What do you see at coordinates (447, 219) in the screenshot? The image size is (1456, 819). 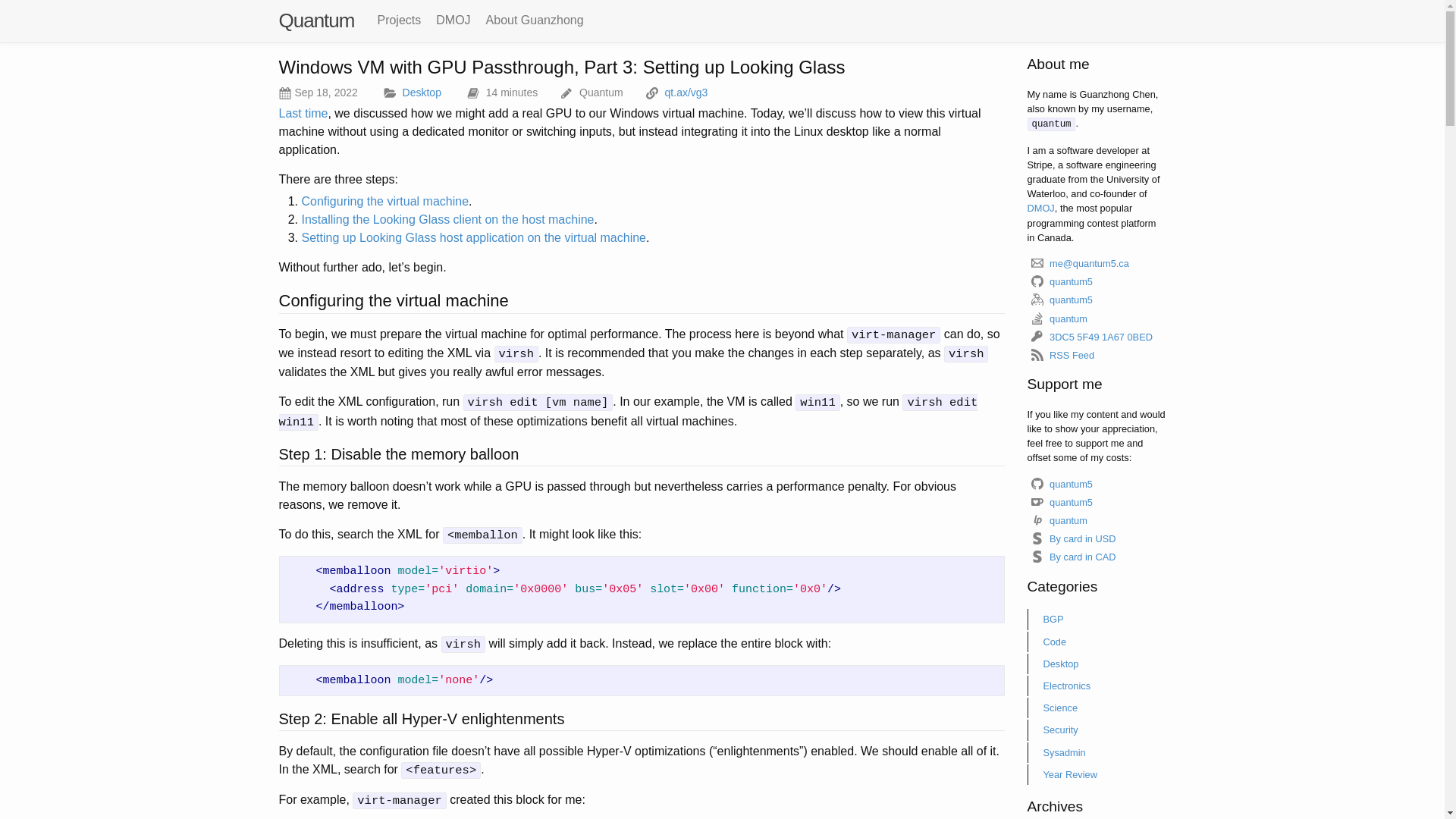 I see `'Installing the Looking Glass client on the host machine'` at bounding box center [447, 219].